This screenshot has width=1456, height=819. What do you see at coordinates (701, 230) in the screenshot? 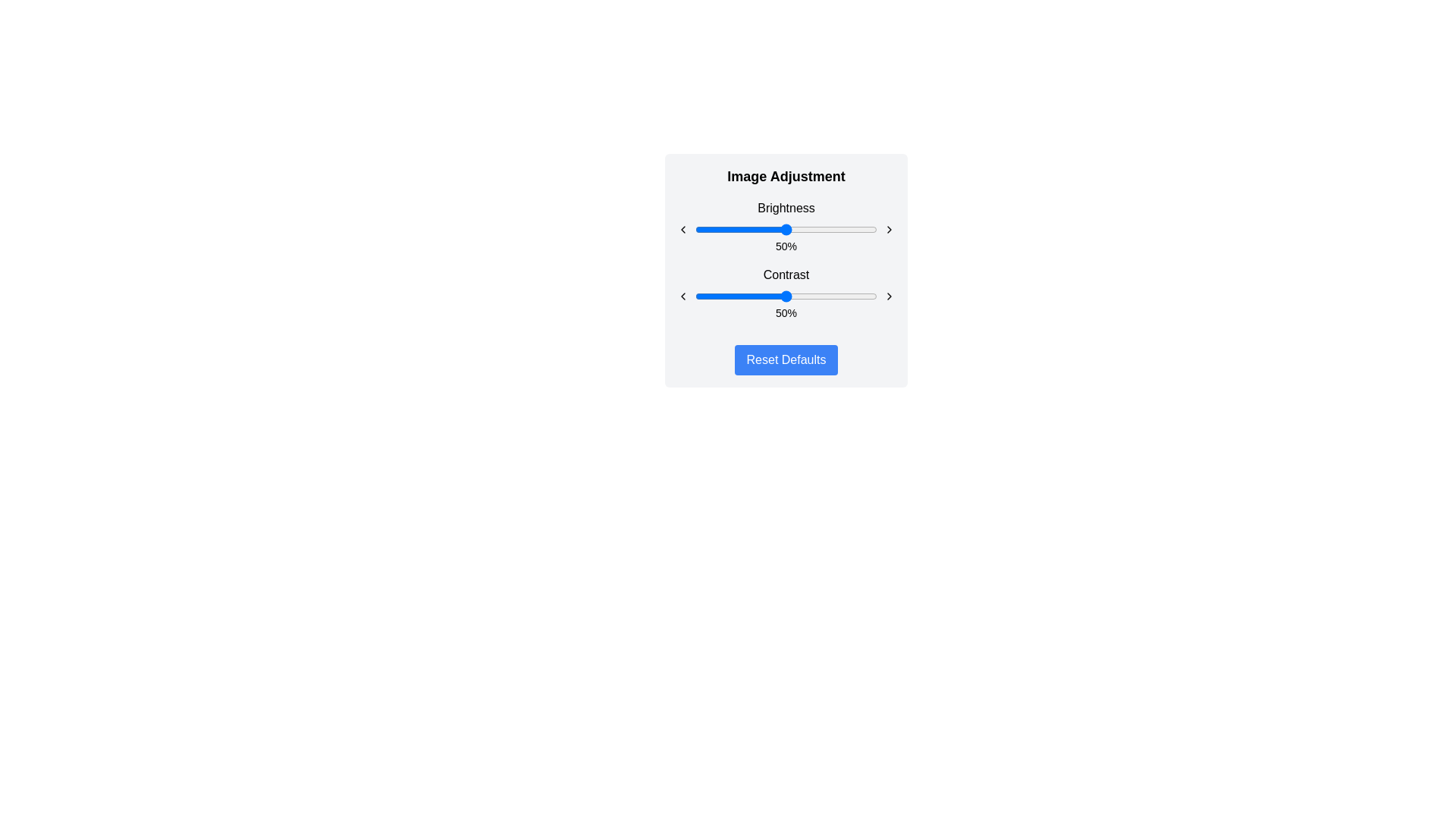
I see `brightness` at bounding box center [701, 230].